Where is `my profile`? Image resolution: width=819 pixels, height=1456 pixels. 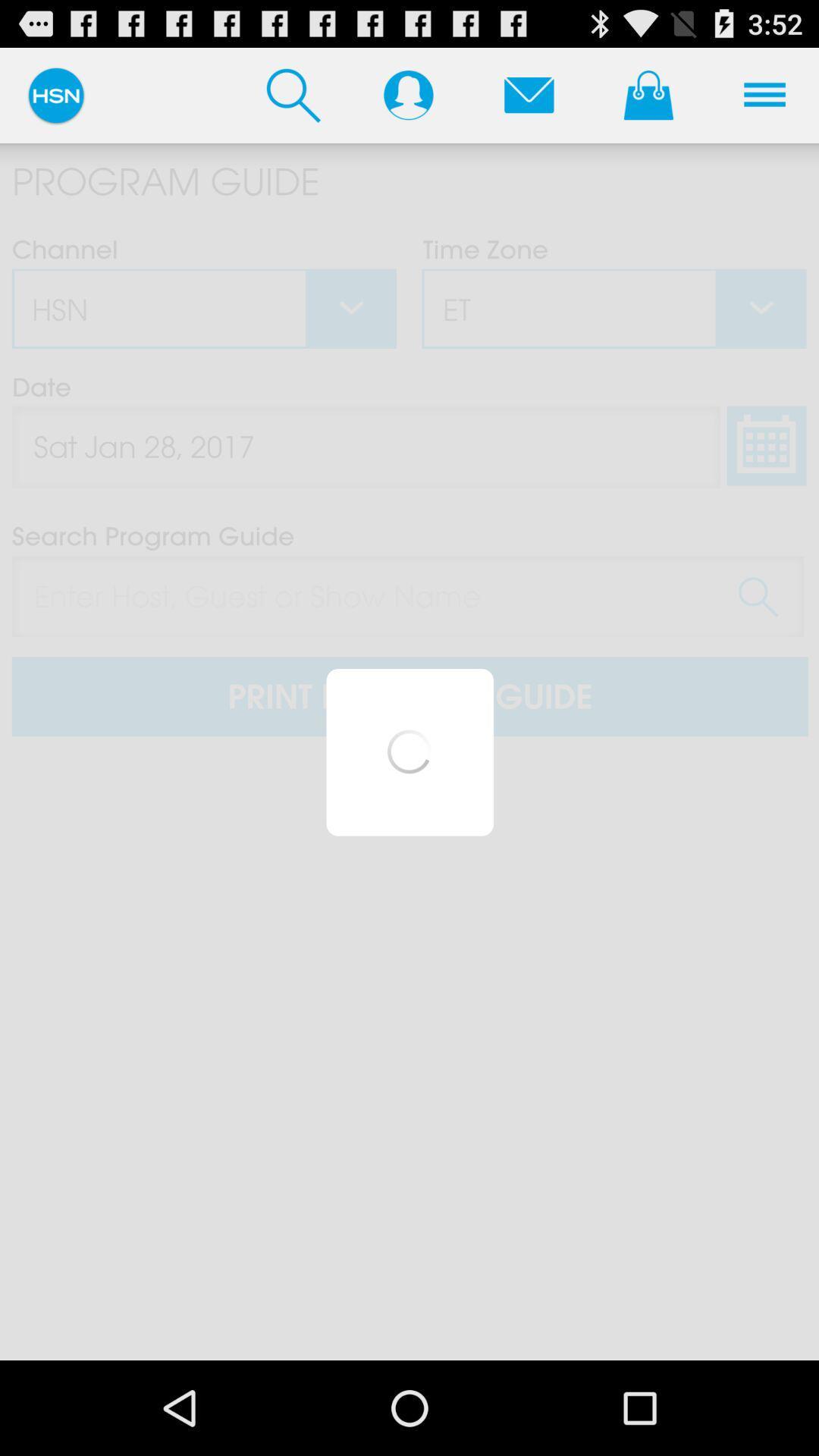 my profile is located at coordinates (407, 94).